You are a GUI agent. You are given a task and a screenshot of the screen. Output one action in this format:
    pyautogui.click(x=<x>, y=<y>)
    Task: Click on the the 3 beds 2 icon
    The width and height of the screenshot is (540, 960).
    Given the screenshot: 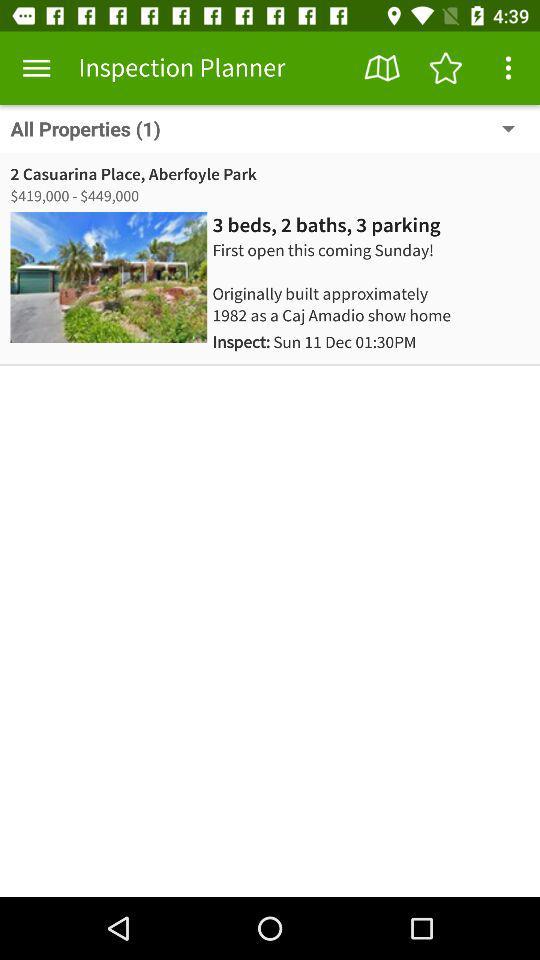 What is the action you would take?
    pyautogui.click(x=326, y=225)
    